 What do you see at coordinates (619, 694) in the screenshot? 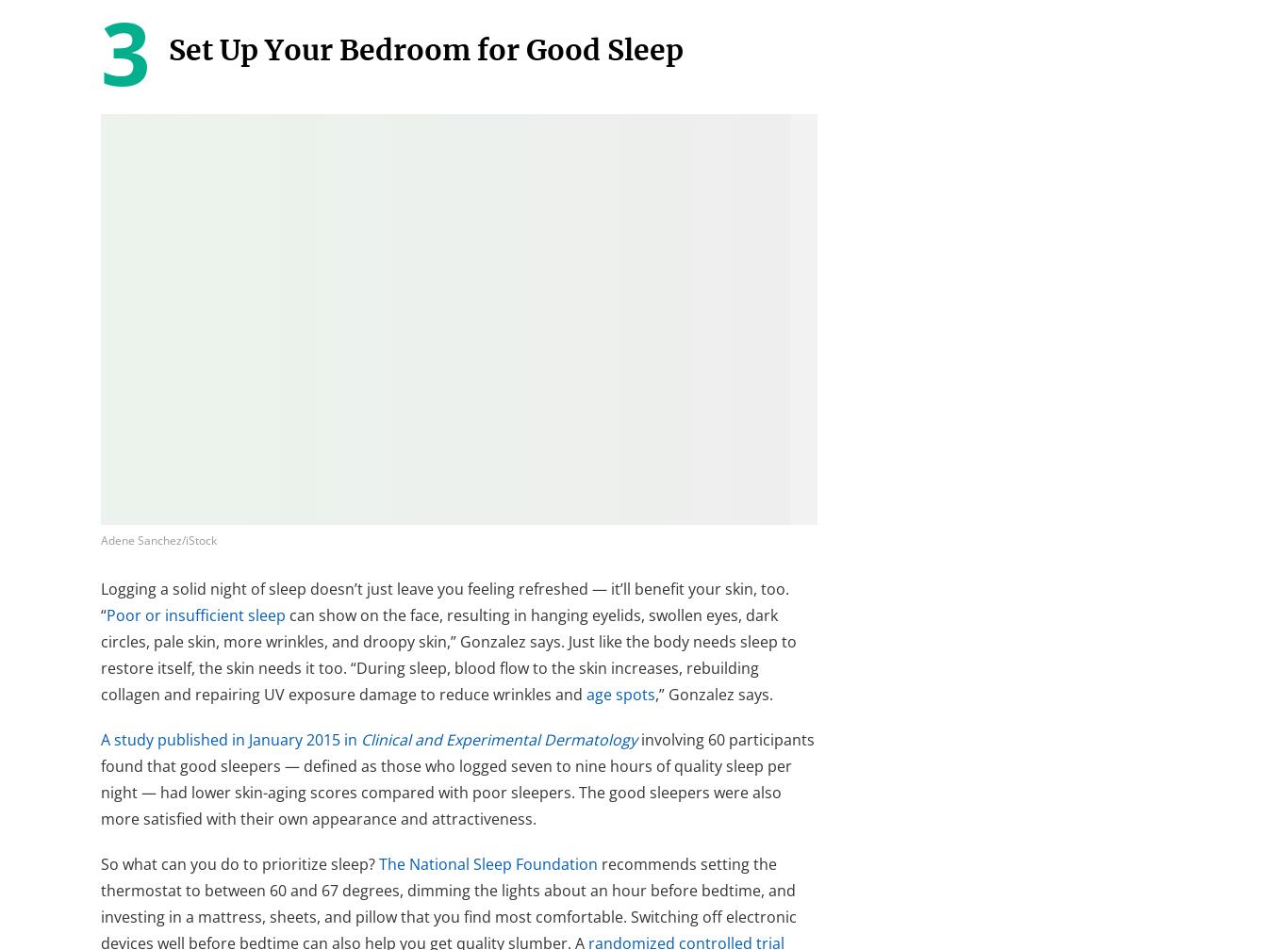
I see `'age spots'` at bounding box center [619, 694].